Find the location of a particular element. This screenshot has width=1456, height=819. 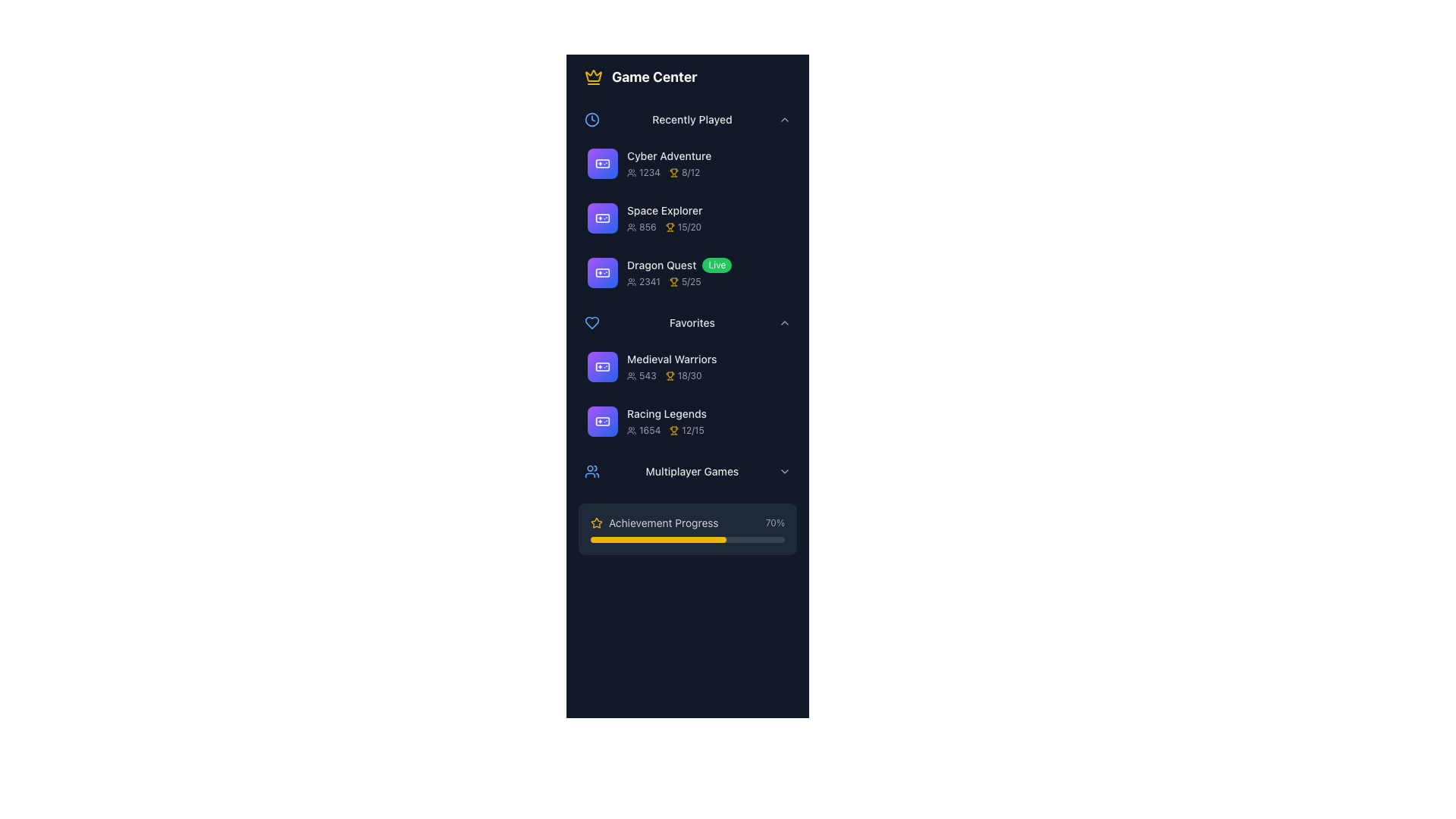

the square icon with rounded corners featuring a white outline of a gaming controller in the 'Recently Played' section is located at coordinates (602, 218).